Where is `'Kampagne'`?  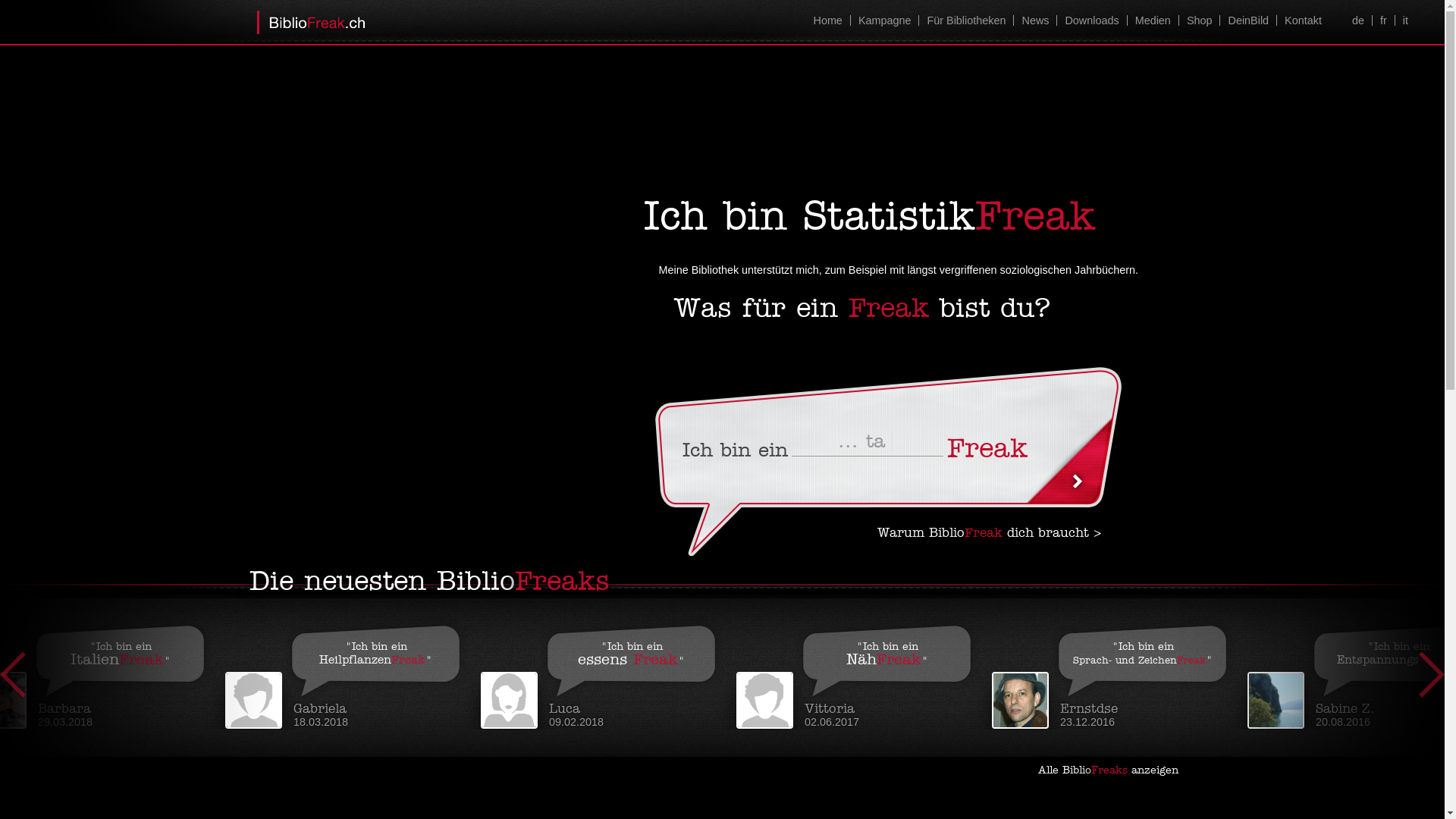 'Kampagne' is located at coordinates (850, 20).